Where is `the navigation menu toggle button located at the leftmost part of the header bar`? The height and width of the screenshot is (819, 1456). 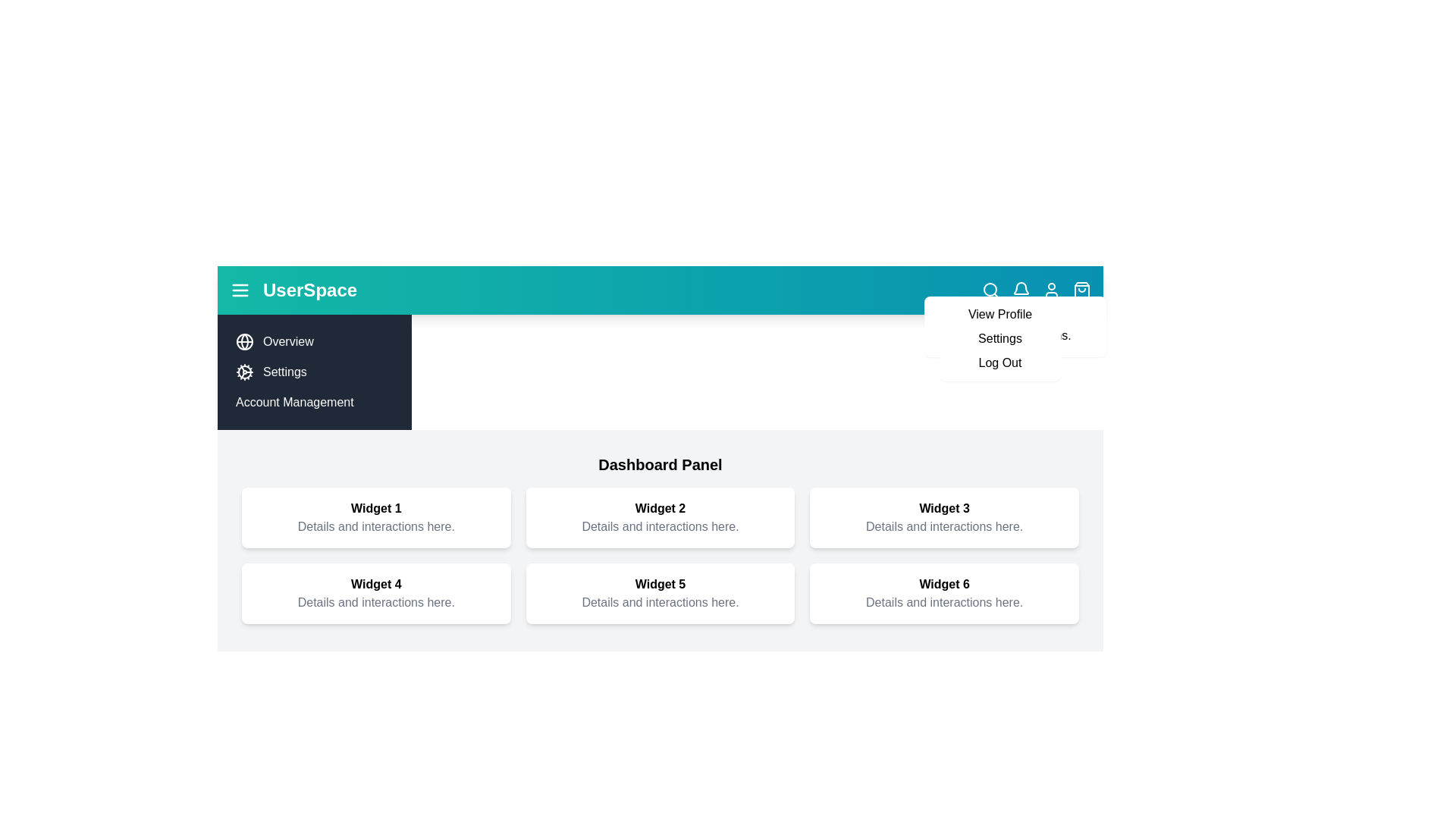 the navigation menu toggle button located at the leftmost part of the header bar is located at coordinates (239, 290).